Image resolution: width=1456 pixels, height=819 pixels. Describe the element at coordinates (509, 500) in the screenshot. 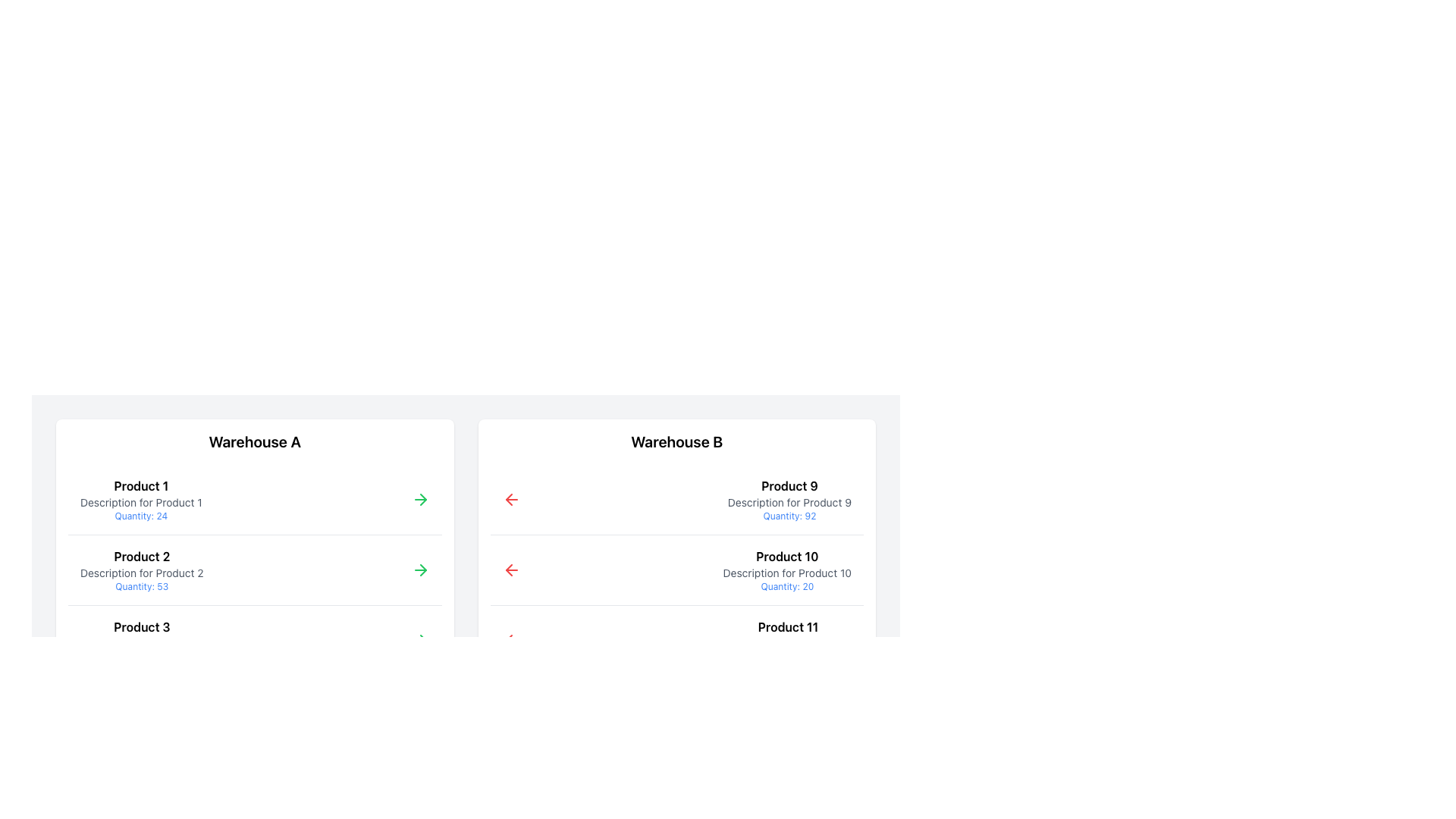

I see `the left-pointing chevron SVG icon located within the red SVG graphic in the 'Warehouse B' panel` at that location.